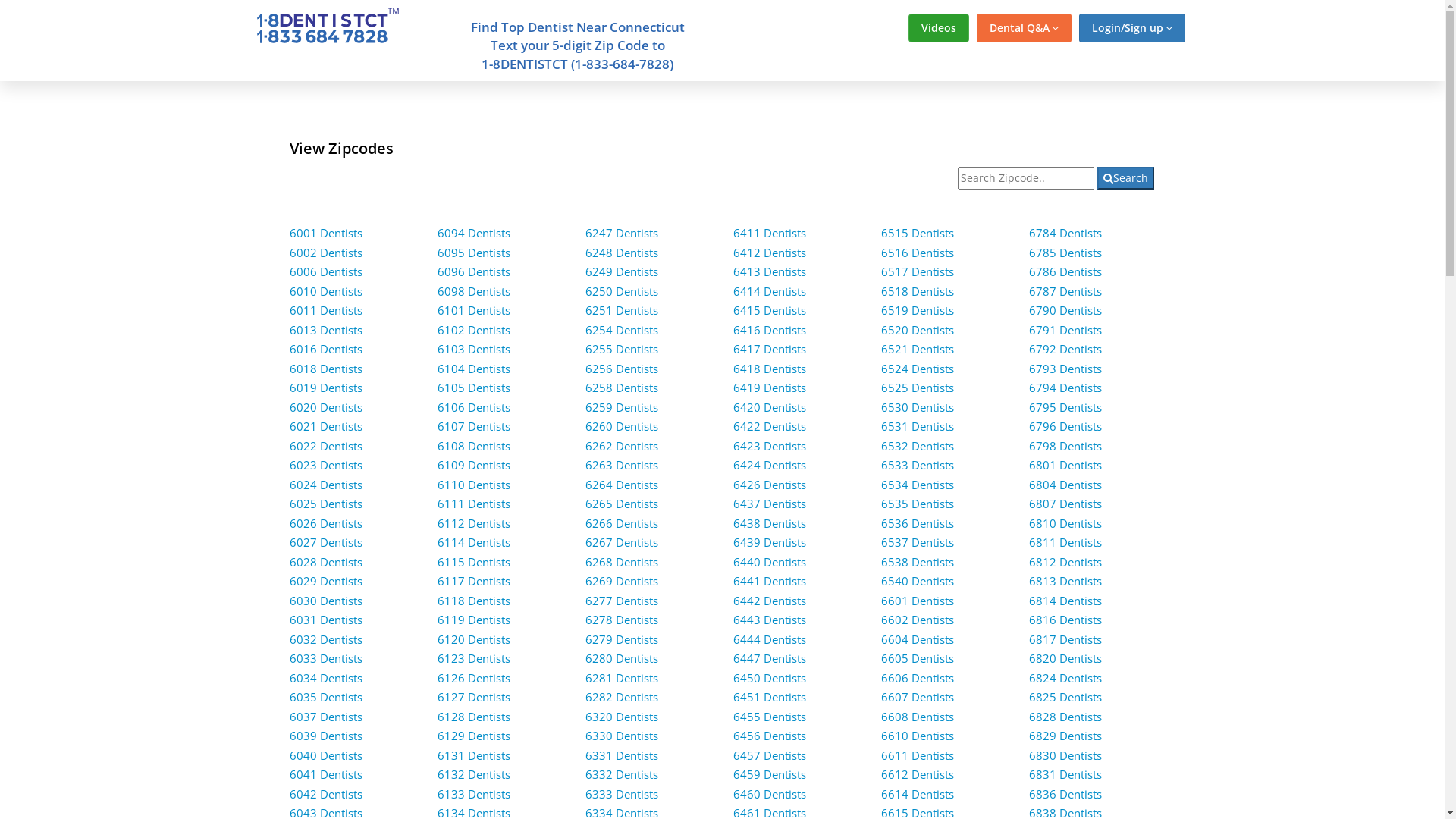 The width and height of the screenshot is (1456, 819). What do you see at coordinates (916, 386) in the screenshot?
I see `'6525 Dentists'` at bounding box center [916, 386].